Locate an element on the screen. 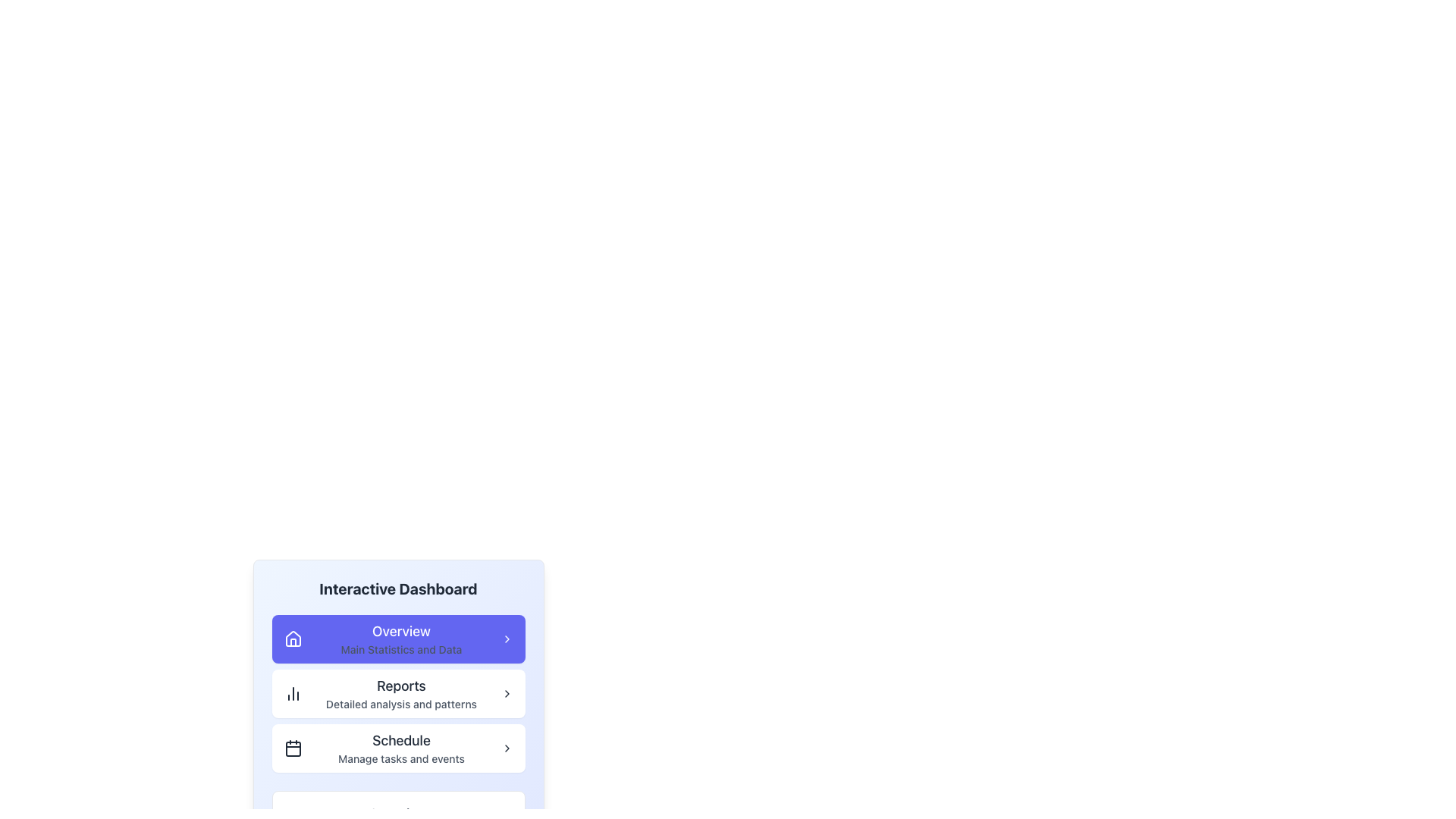 This screenshot has width=1456, height=819. the 'Overview' navigation button, which features bold white text on top and smaller gray text below, set against a rounded purple background, located in the top position of the navigation list under 'Interactive Dashboard' is located at coordinates (401, 639).